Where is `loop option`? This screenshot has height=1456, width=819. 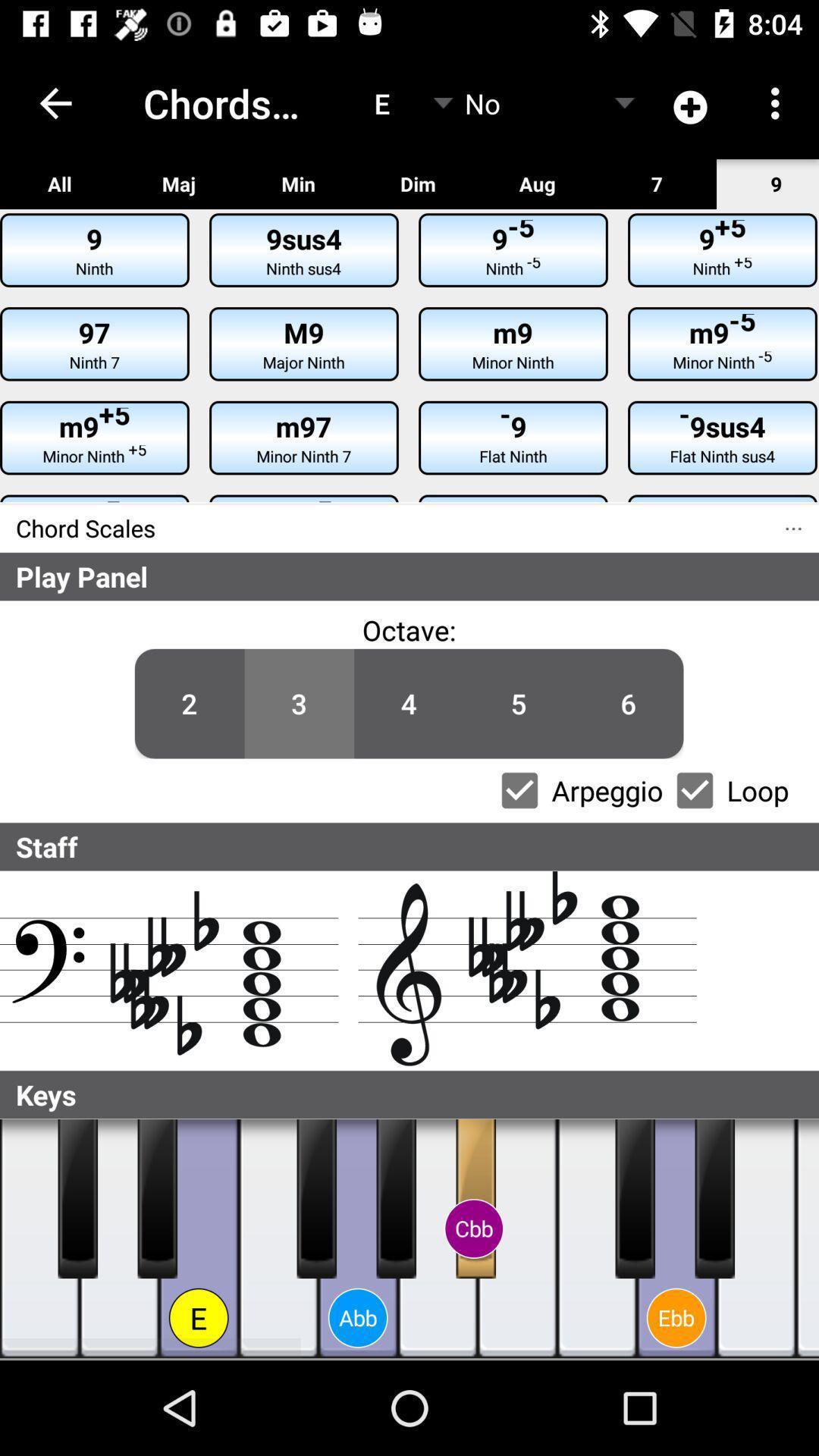
loop option is located at coordinates (695, 789).